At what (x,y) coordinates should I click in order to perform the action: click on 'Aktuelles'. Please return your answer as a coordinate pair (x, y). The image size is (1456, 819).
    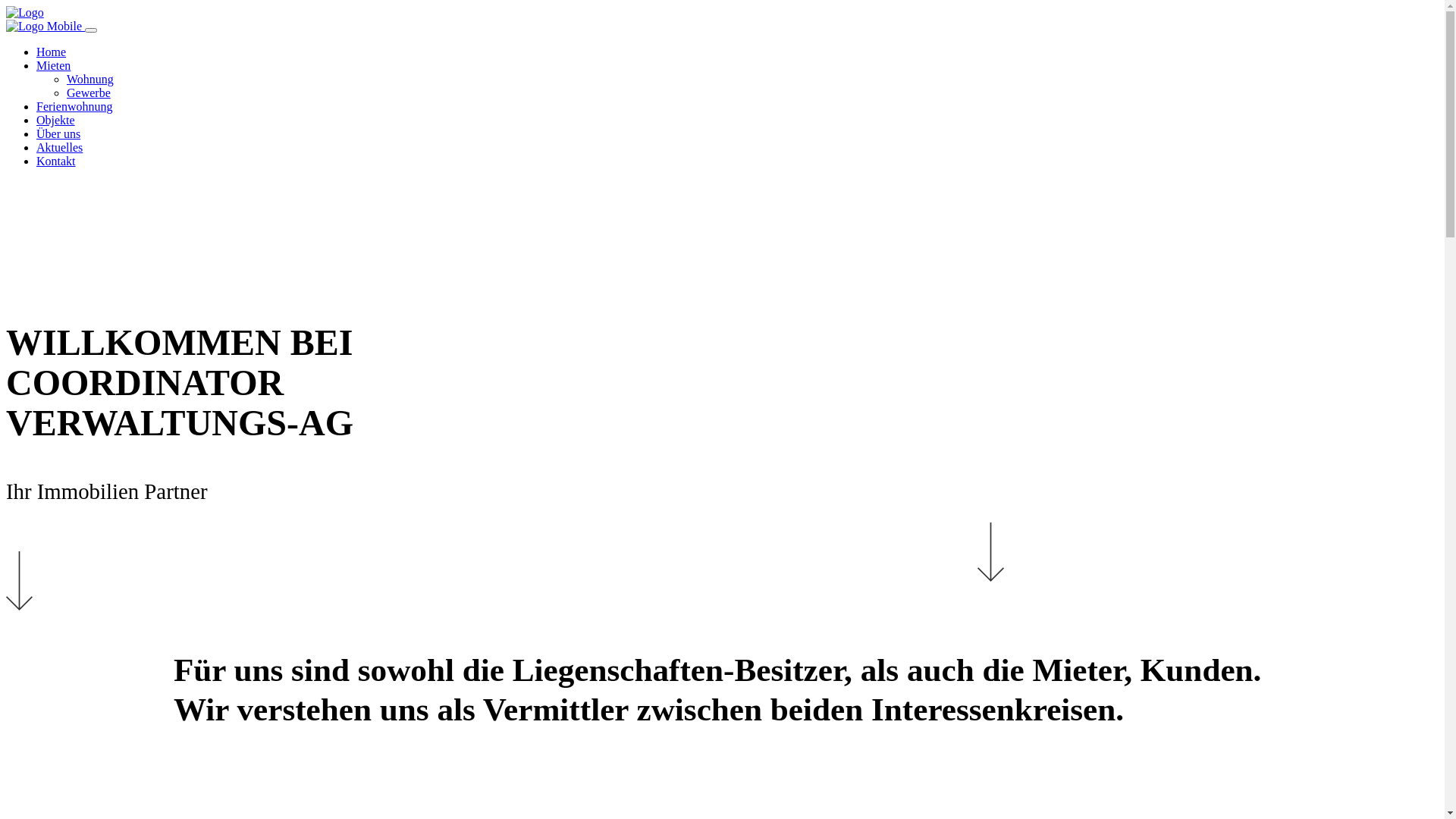
    Looking at the image, I should click on (59, 147).